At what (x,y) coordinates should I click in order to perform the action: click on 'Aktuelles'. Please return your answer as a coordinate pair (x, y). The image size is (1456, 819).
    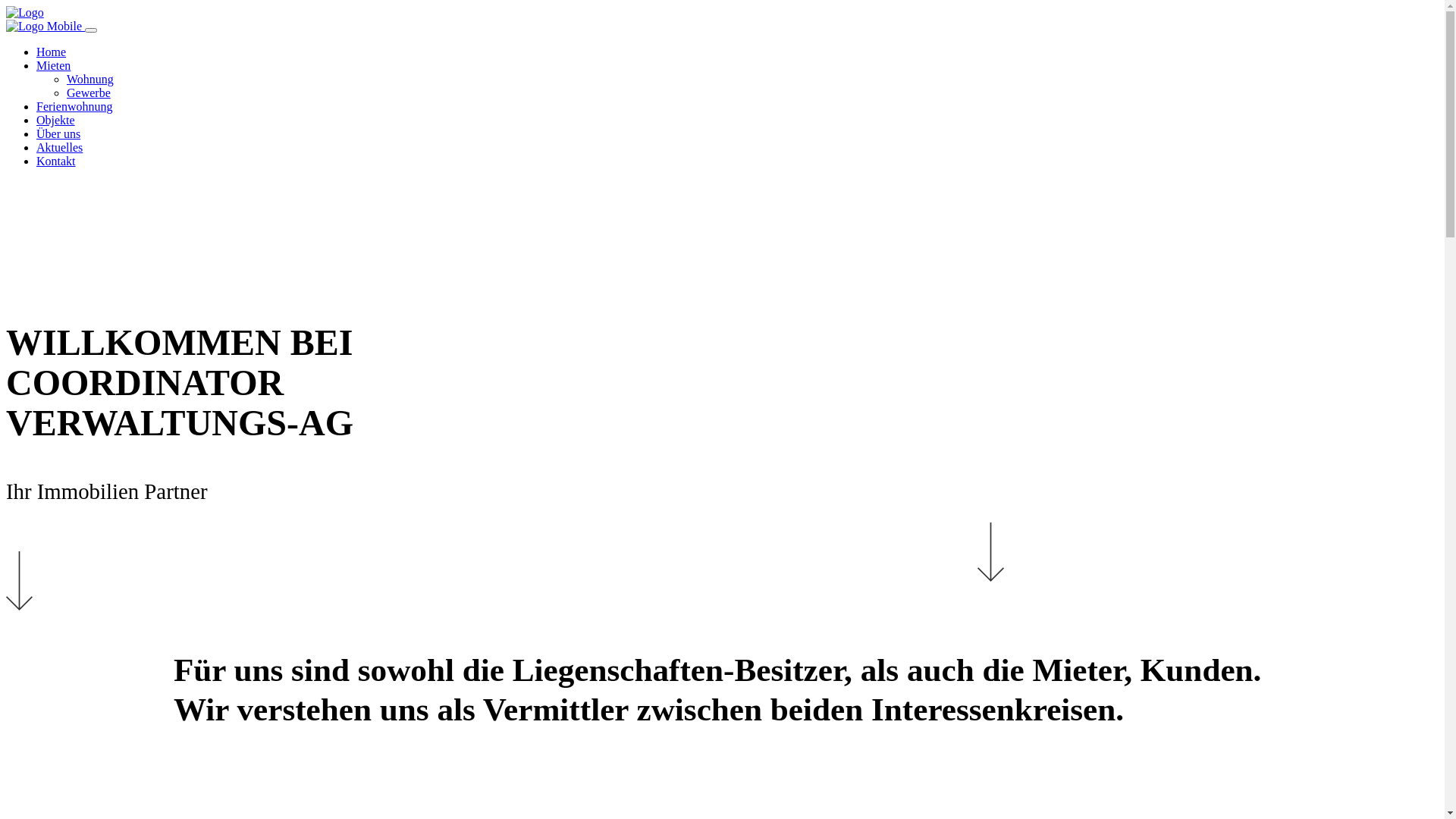
    Looking at the image, I should click on (59, 147).